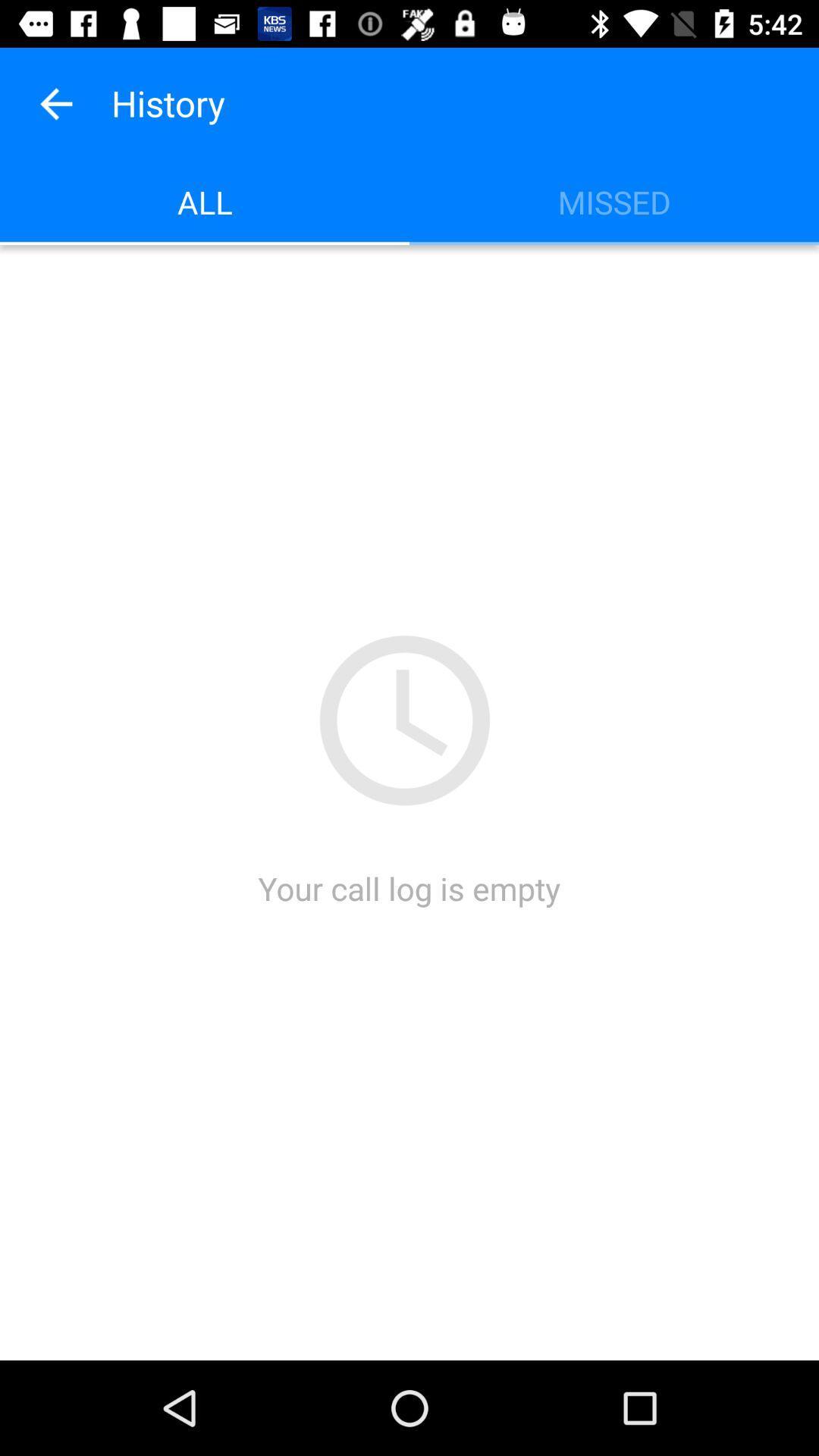 Image resolution: width=819 pixels, height=1456 pixels. What do you see at coordinates (55, 102) in the screenshot?
I see `icon to the left of the history icon` at bounding box center [55, 102].